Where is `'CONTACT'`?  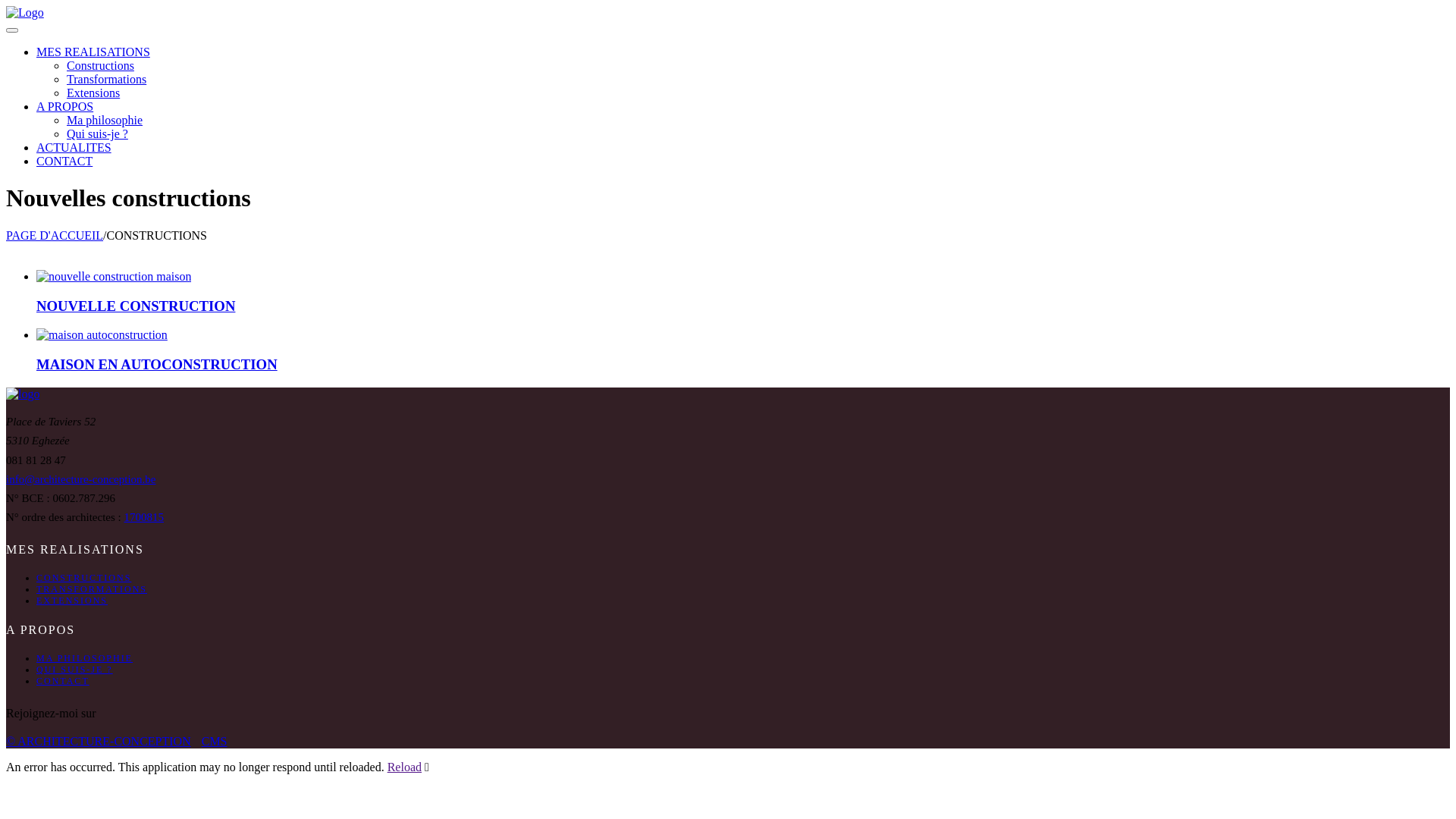
'CONTACT' is located at coordinates (61, 680).